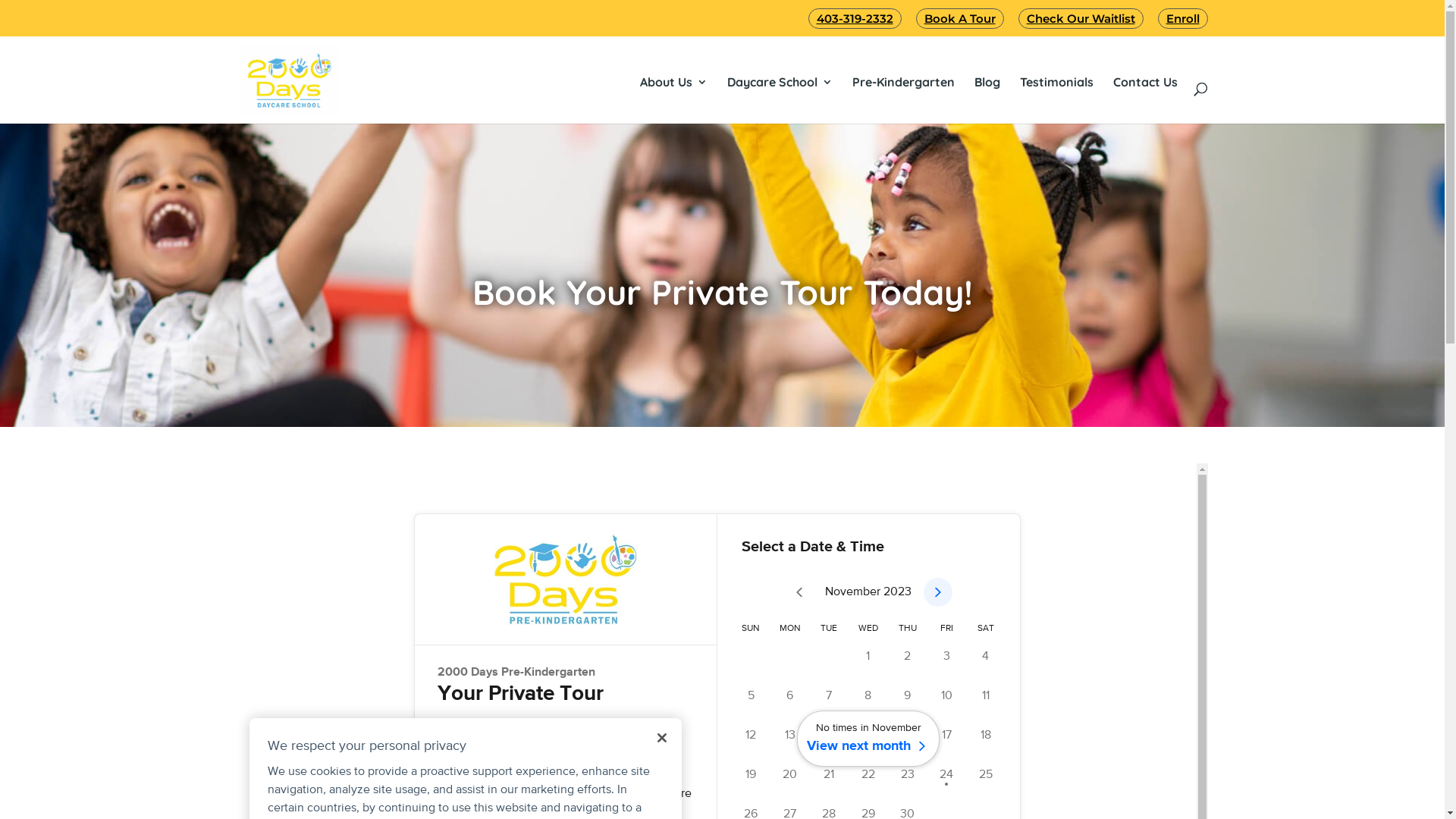 The width and height of the screenshot is (1456, 819). Describe the element at coordinates (915, 18) in the screenshot. I see `'Book A Tour'` at that location.